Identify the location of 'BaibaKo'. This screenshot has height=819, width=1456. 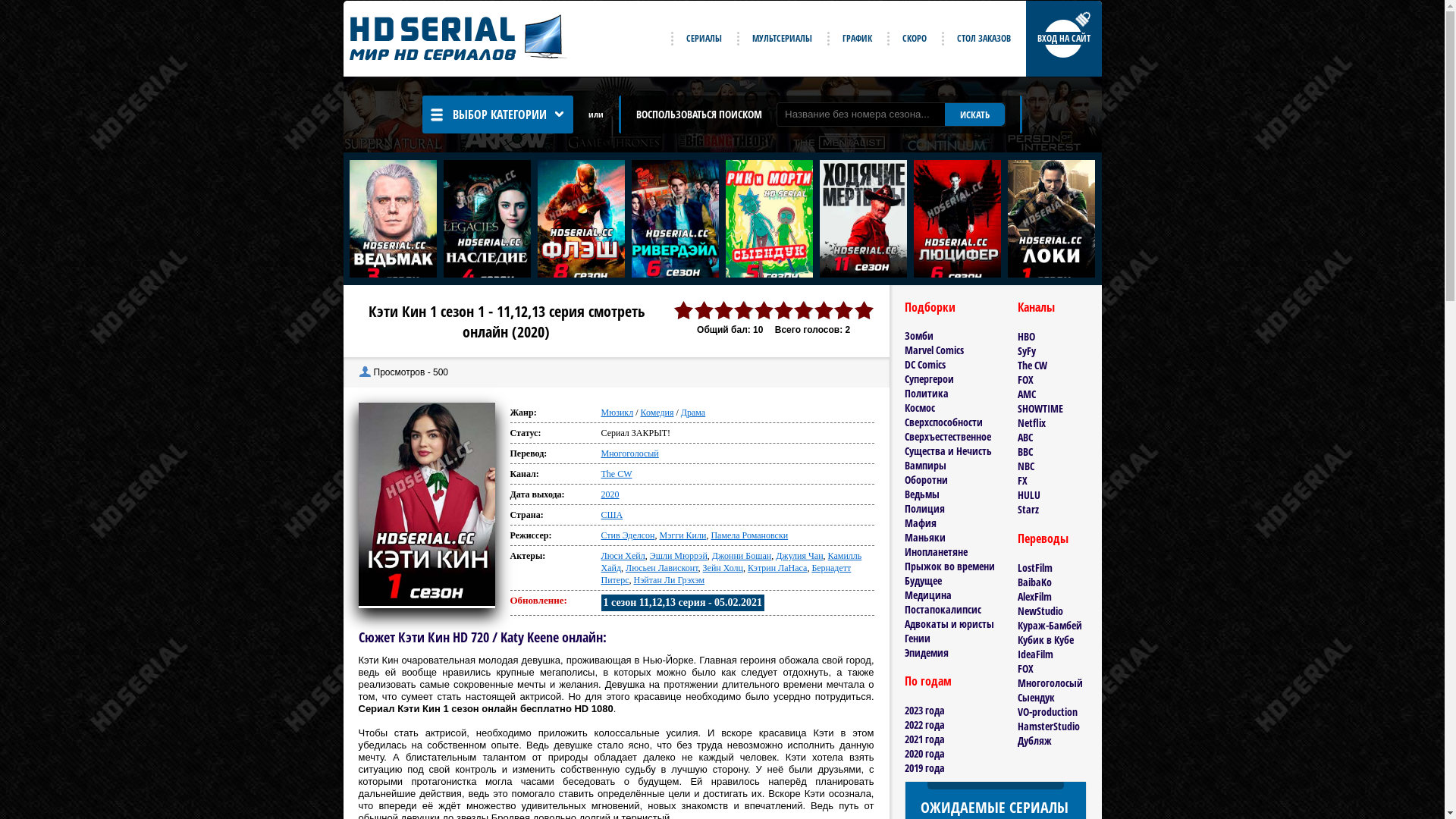
(1034, 581).